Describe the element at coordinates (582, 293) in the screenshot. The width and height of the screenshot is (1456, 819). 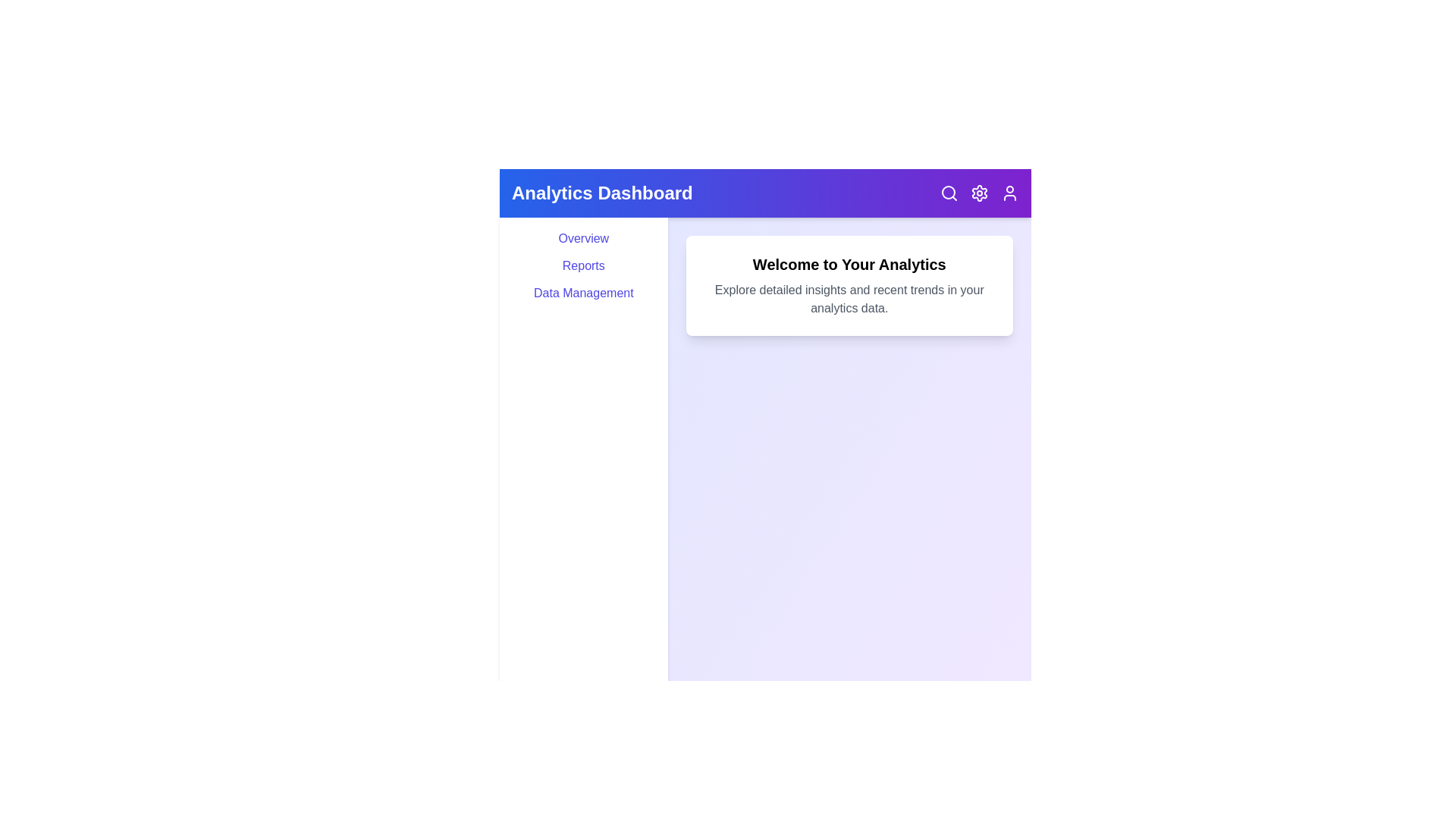
I see `the 'Data Management' menu item to navigate to the data management section` at that location.